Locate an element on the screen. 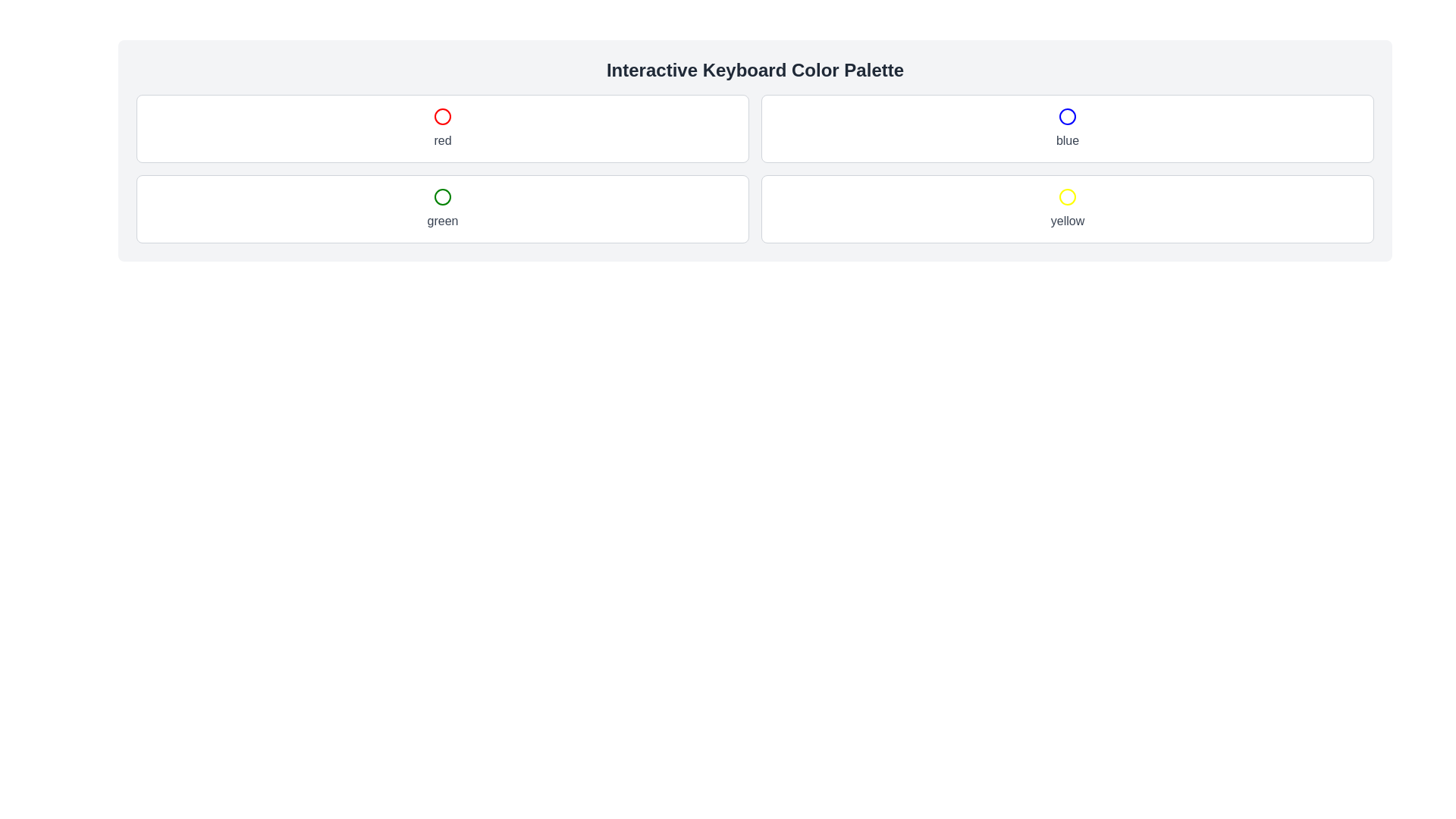 Image resolution: width=1456 pixels, height=819 pixels. the circular graphical indicator located in the top-right quadrant, which has a visible outline and is aligned with the label 'blue' below it is located at coordinates (1066, 116).